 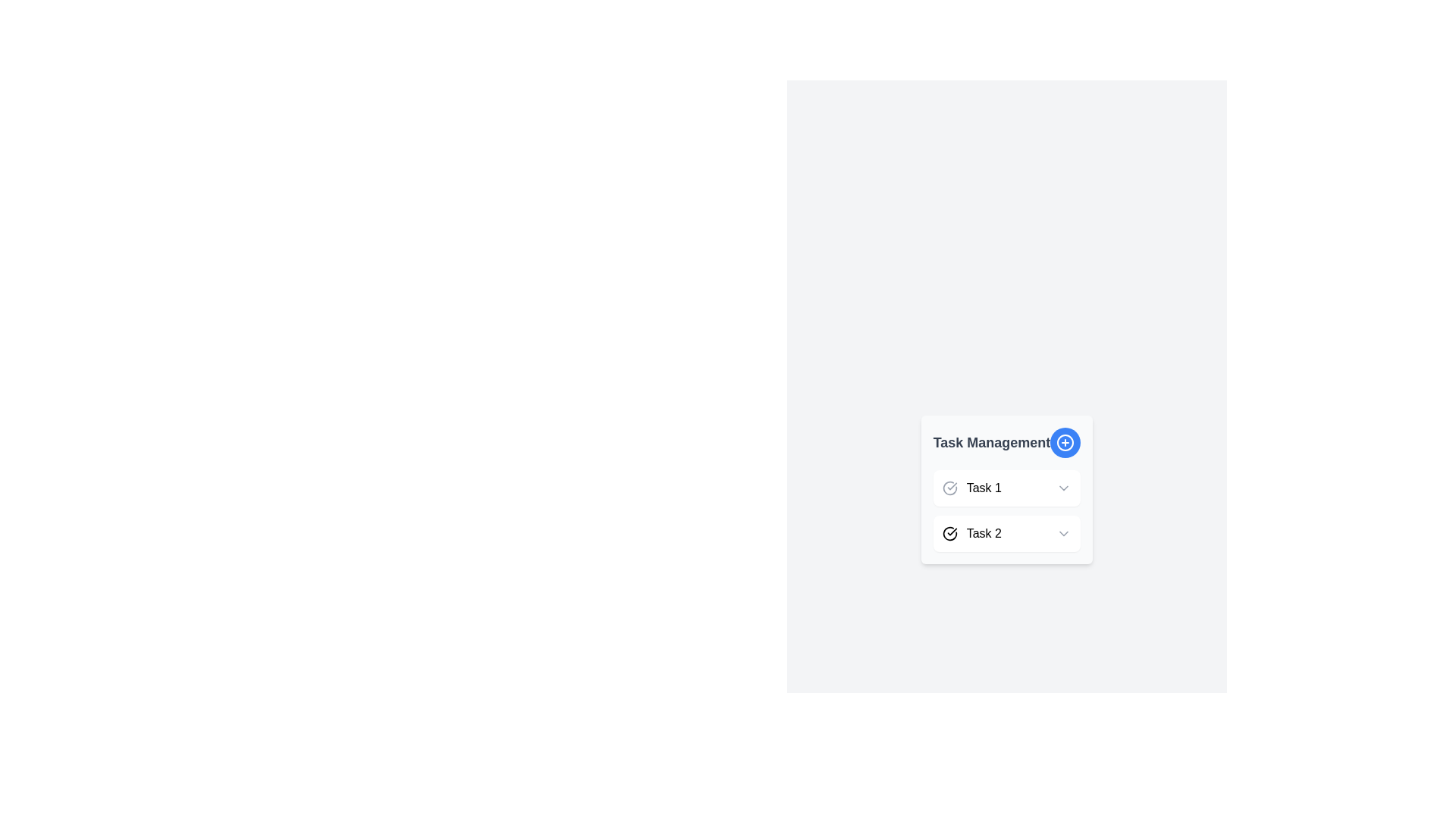 I want to click on the small downward-facing chevron icon located to the far right of the 'Task 2' text label, so click(x=1063, y=533).